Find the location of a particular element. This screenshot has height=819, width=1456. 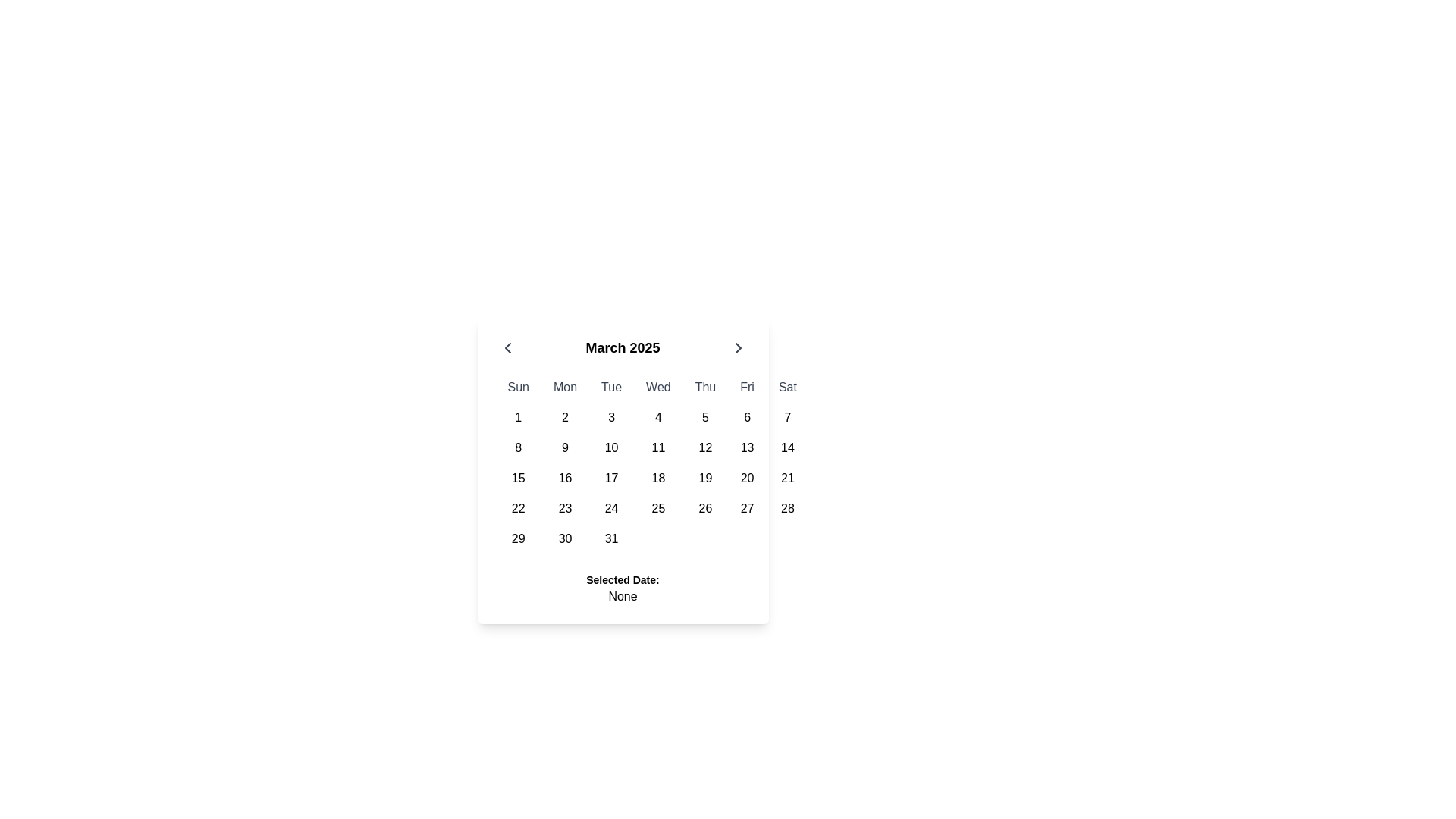

the text label displaying 'March 2025' which is centered in the header area of the calendar component is located at coordinates (623, 348).